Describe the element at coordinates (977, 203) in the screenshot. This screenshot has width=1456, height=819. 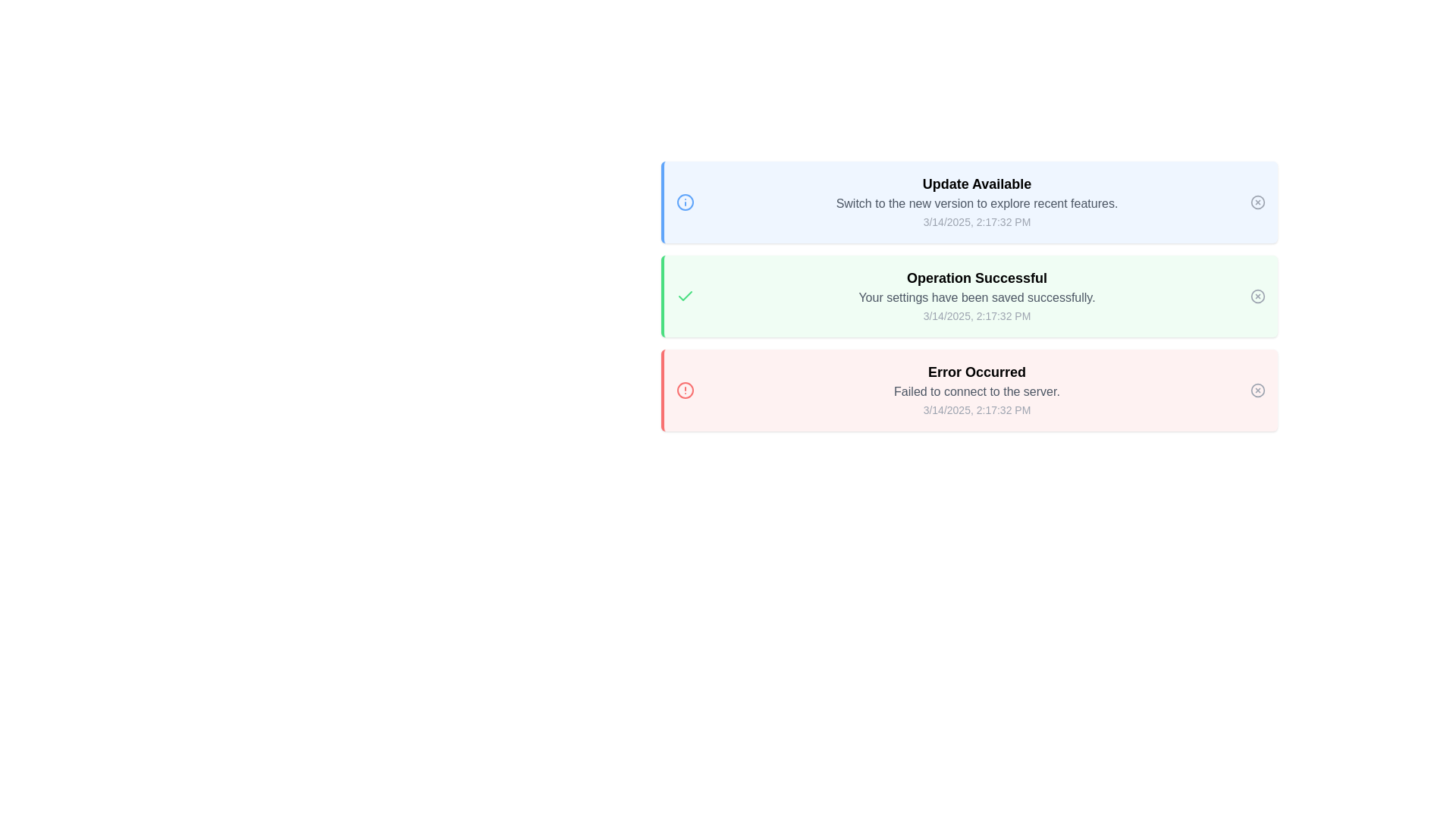
I see `text block containing the message 'Switch to the new version to explore recent features.' located below the title 'Update Available' and above the timestamp` at that location.